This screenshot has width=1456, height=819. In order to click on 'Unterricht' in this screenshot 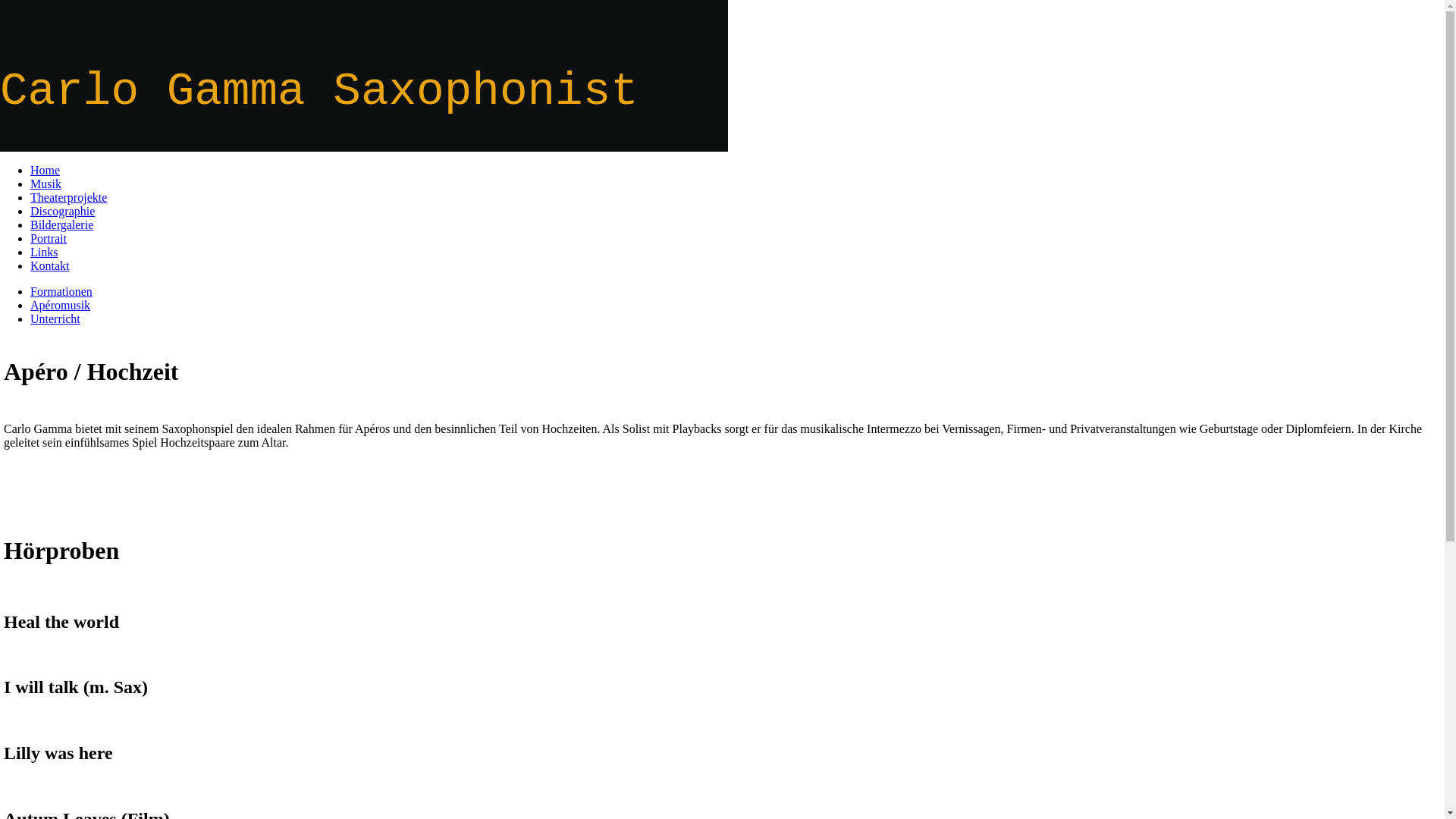, I will do `click(30, 318)`.